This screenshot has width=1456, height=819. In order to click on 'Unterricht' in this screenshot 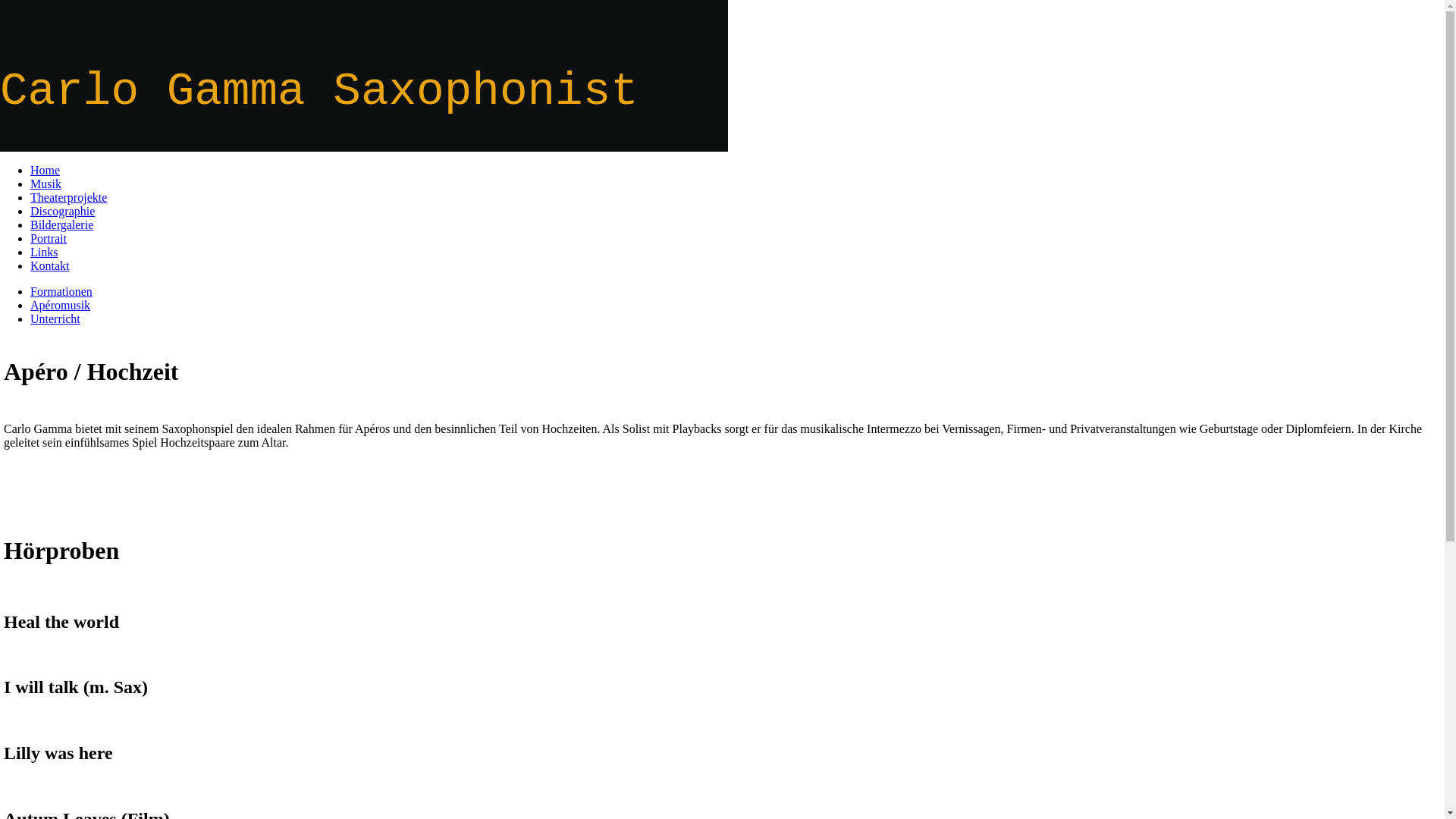, I will do `click(30, 318)`.